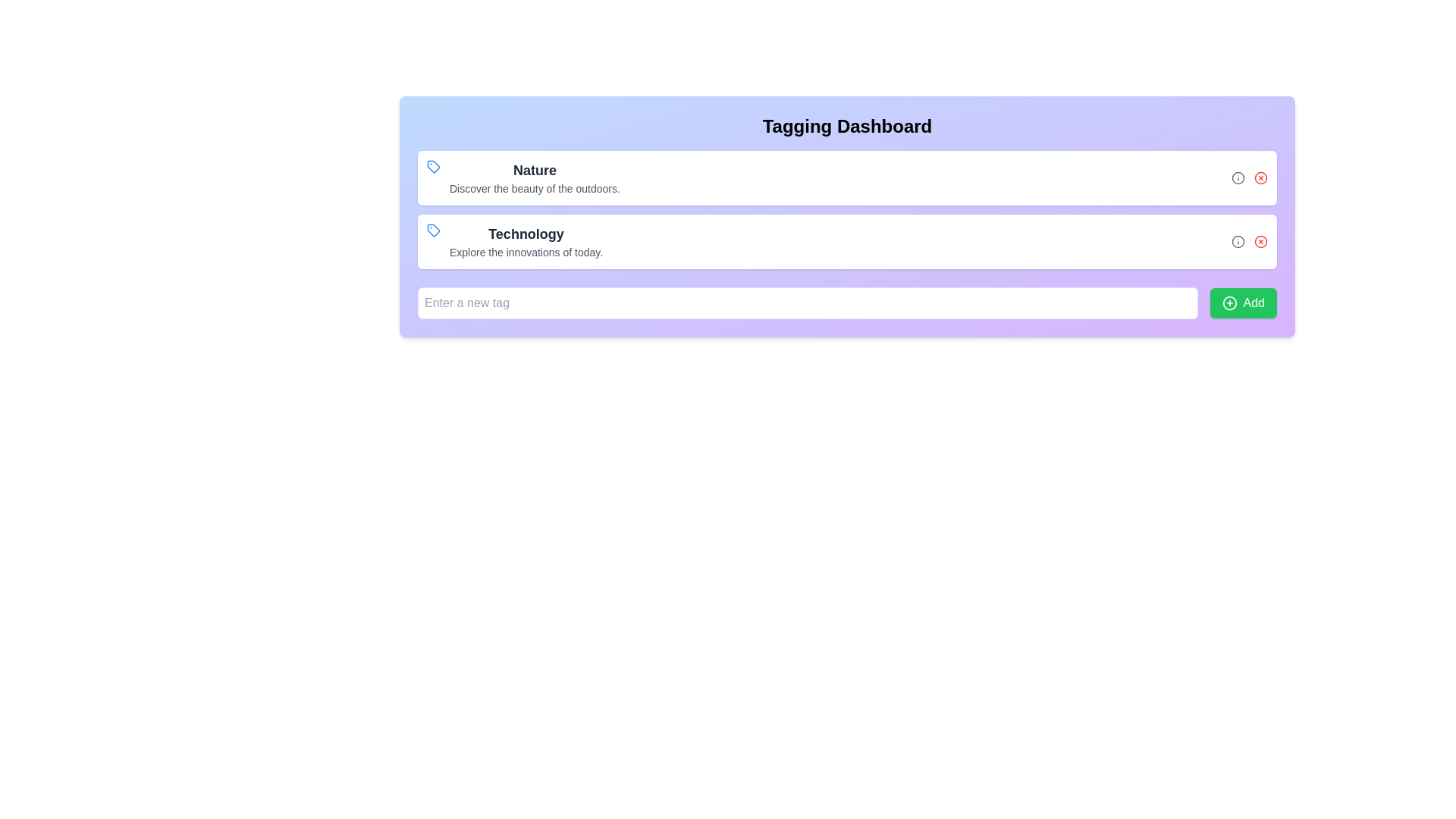  Describe the element at coordinates (846, 125) in the screenshot. I see `text header titled 'Tagging Dashboard', which is prominently displayed at the top of the panel with a purple-to-blue gradient background` at that location.